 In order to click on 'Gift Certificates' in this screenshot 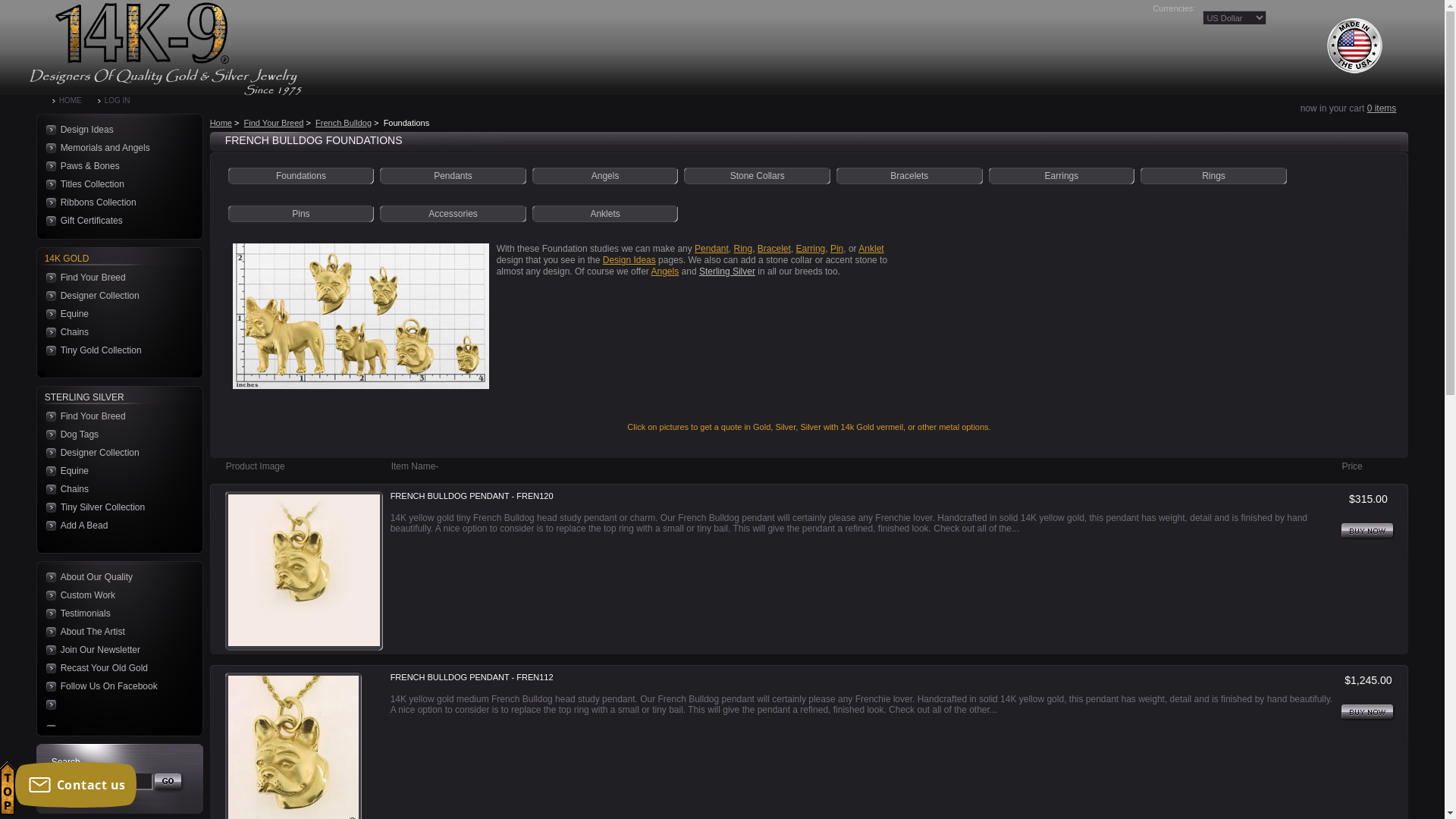, I will do `click(115, 220)`.